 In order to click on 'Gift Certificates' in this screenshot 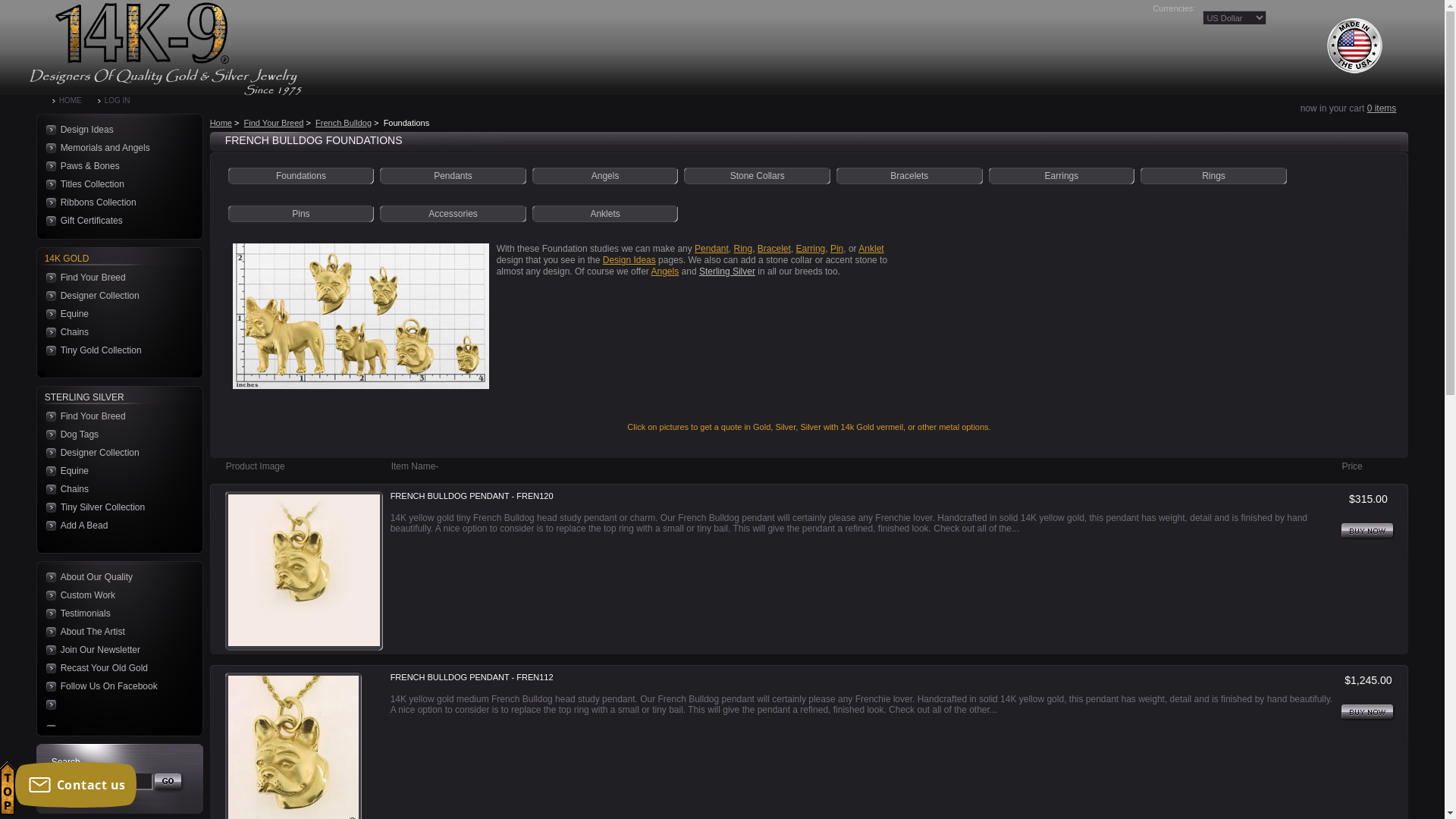, I will do `click(115, 220)`.